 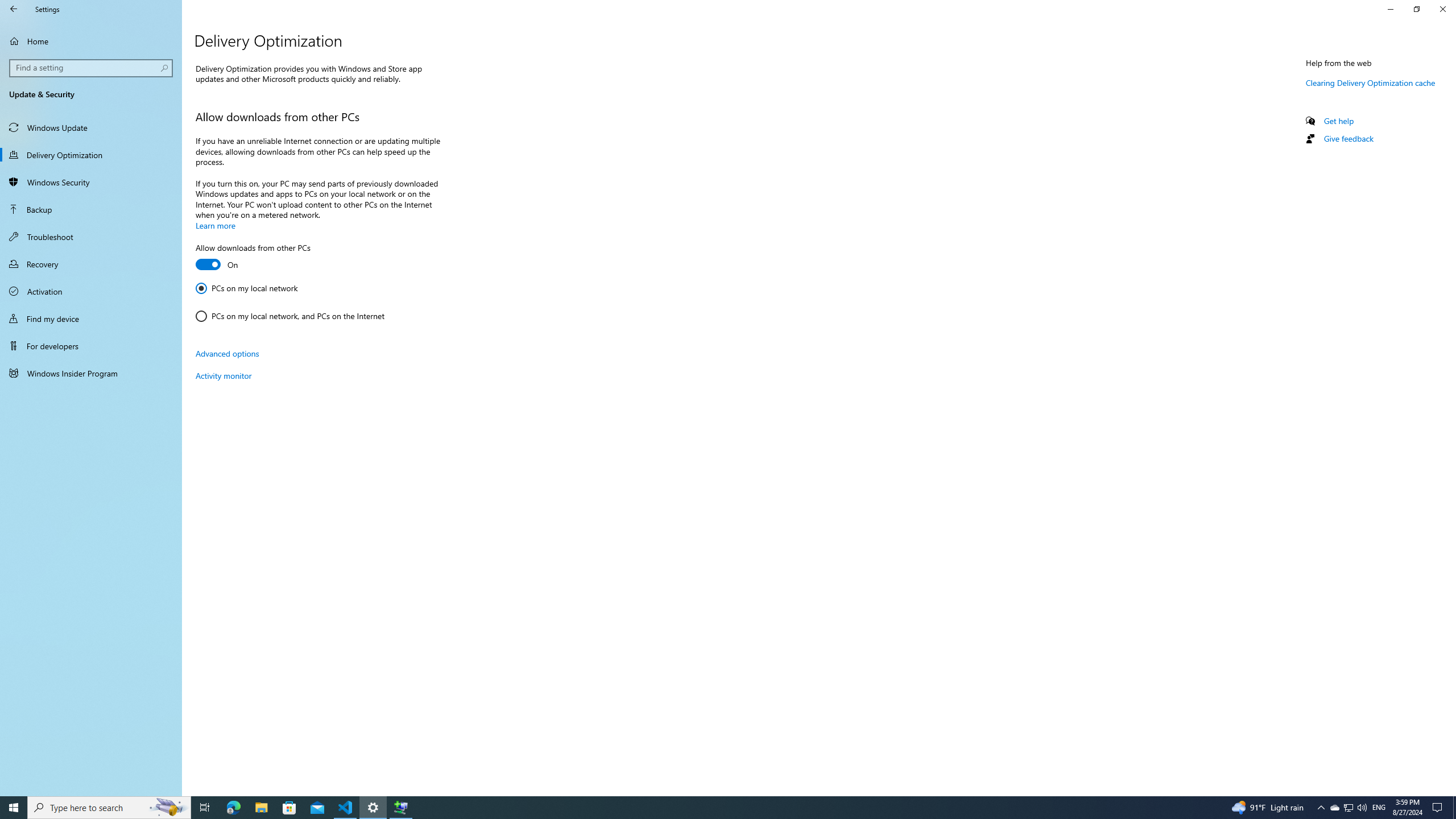 I want to click on 'Home', so click(x=90, y=41).